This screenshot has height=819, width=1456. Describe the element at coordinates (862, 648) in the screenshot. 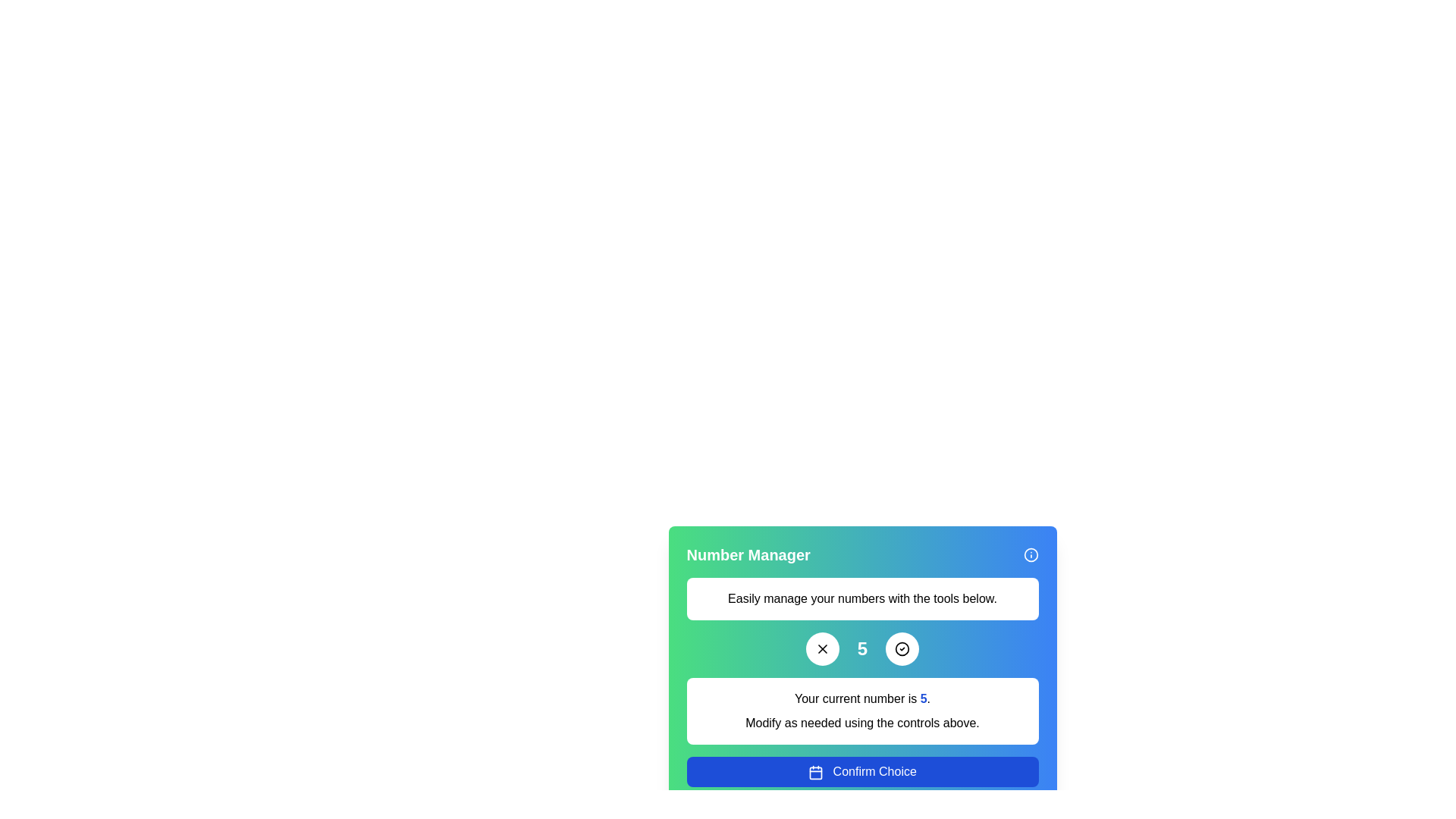

I see `the numeric value '5' displayed in bold font within the 'Number Manager' section, which is centrally aligned and flanked by circular buttons` at that location.